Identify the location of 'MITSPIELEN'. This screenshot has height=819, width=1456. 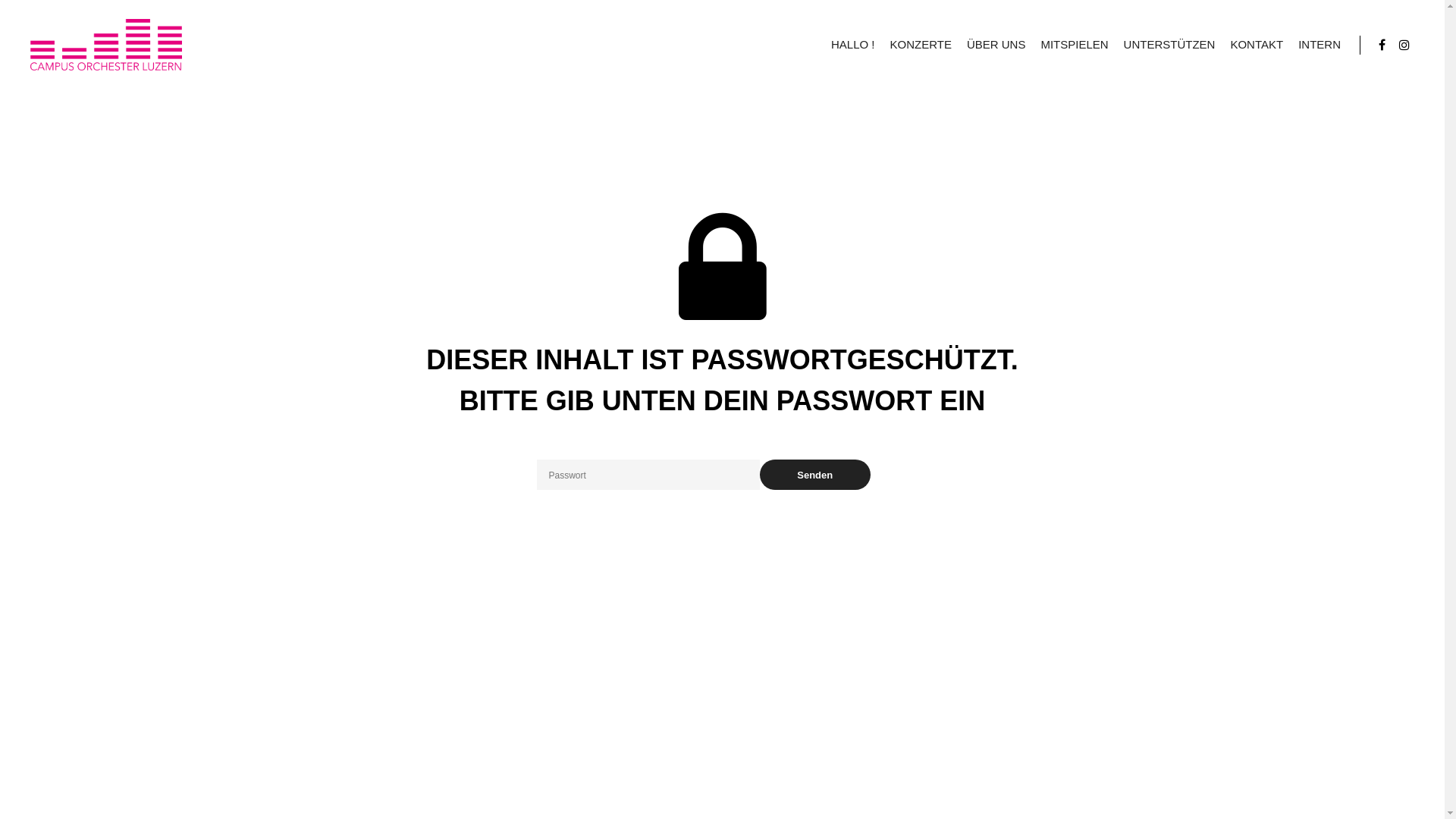
(1073, 43).